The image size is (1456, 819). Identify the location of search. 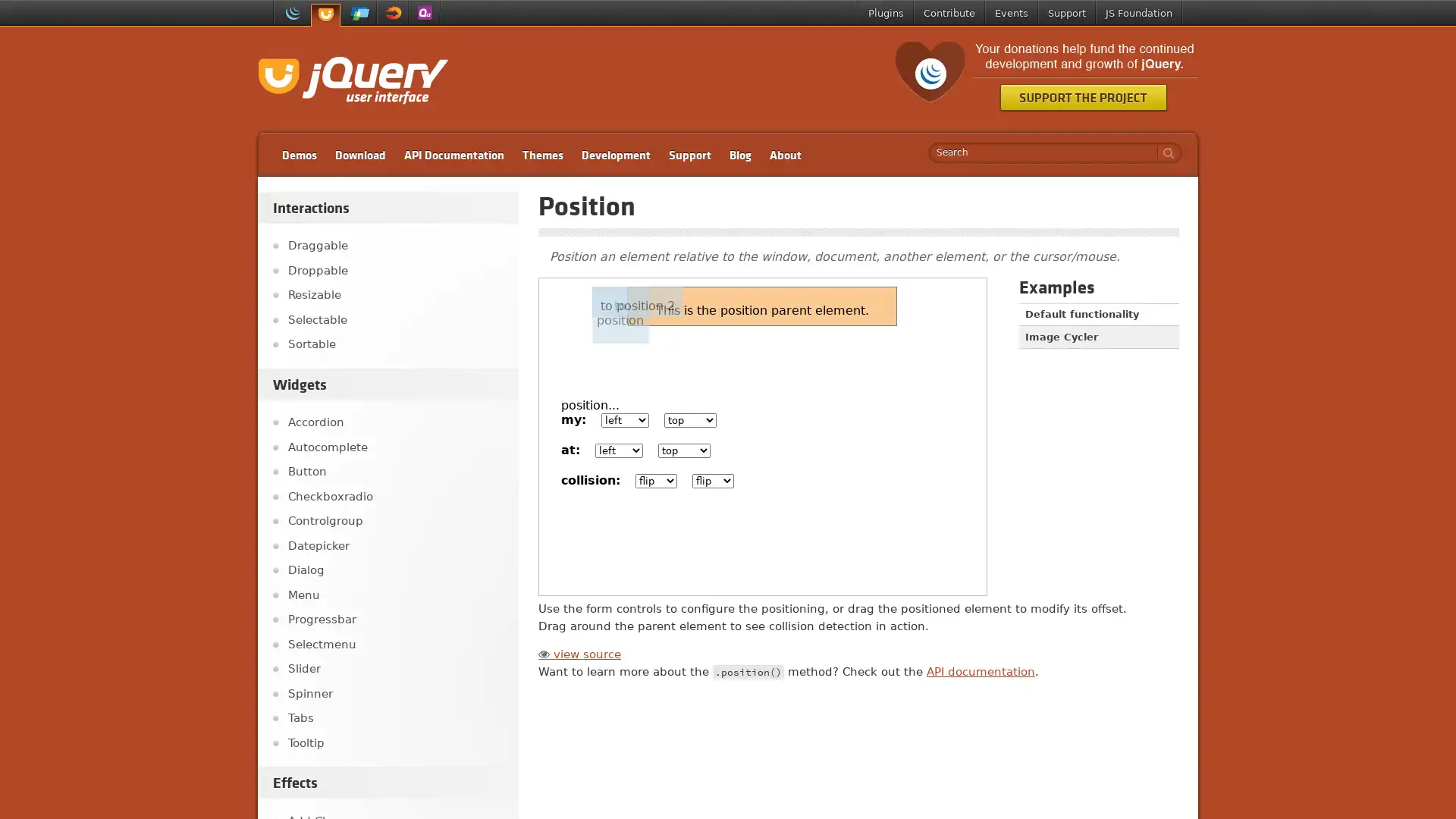
(1164, 152).